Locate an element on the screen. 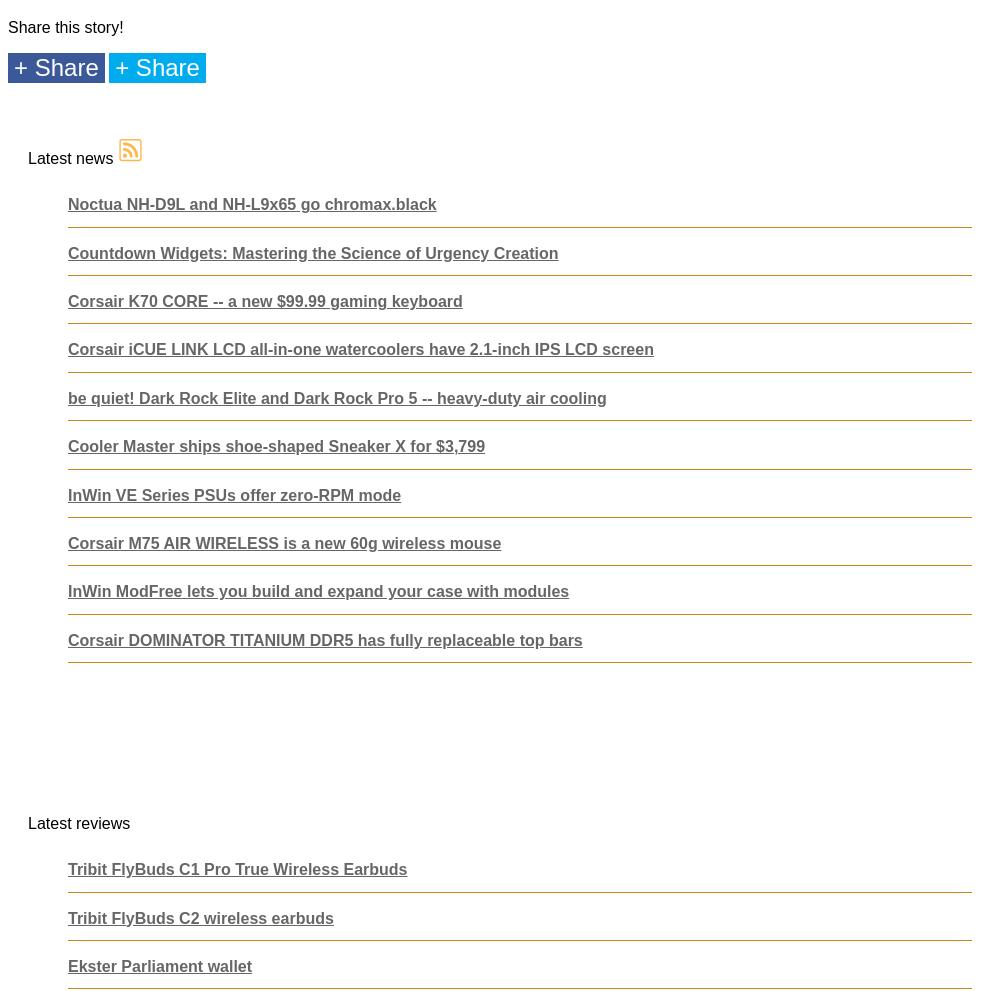  'Latest news' is located at coordinates (71, 158).